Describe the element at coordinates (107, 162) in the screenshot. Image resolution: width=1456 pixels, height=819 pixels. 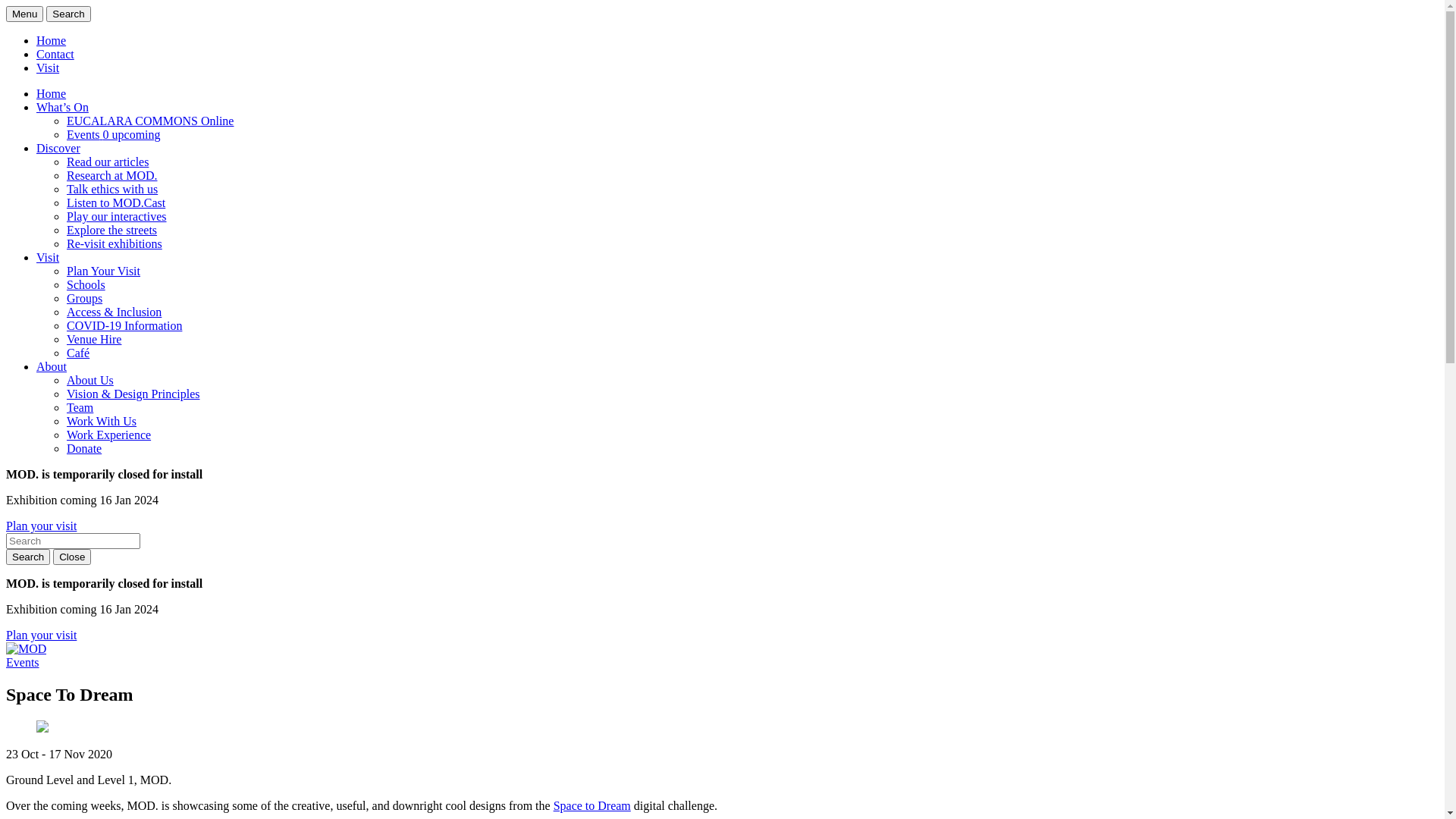
I see `'Read our articles'` at that location.